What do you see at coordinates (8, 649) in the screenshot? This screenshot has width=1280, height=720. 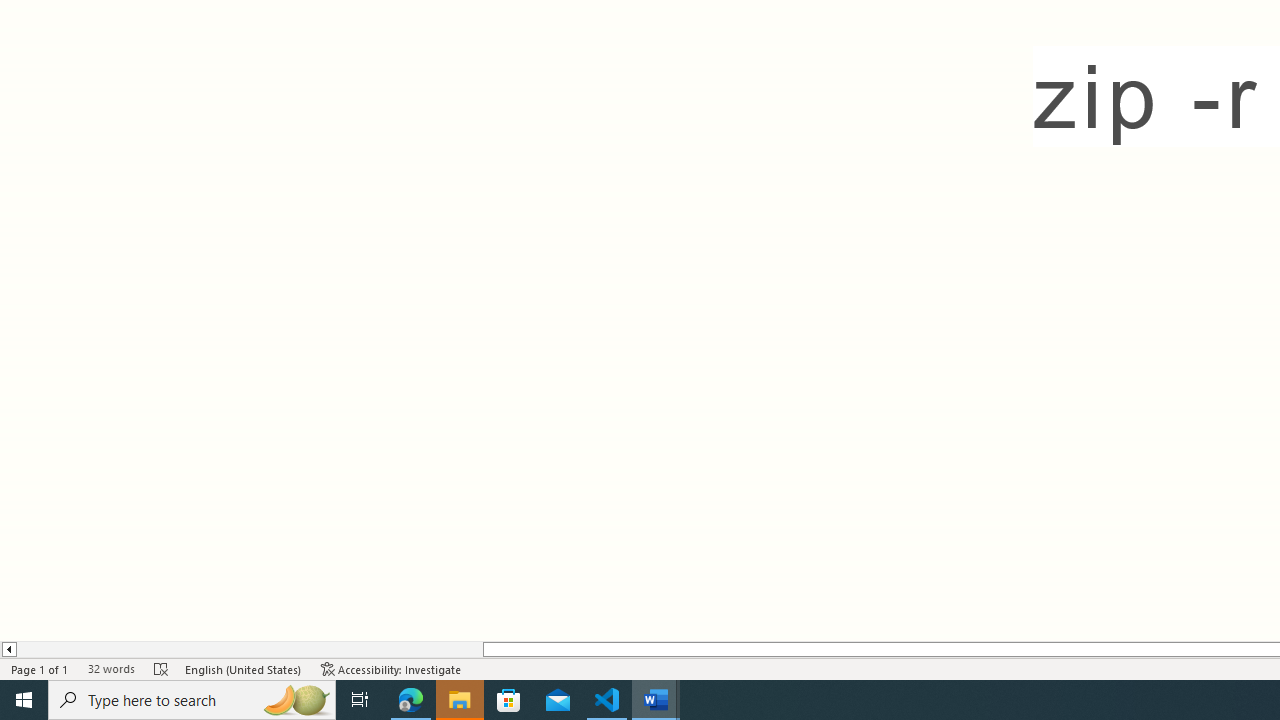 I see `'Column left'` at bounding box center [8, 649].